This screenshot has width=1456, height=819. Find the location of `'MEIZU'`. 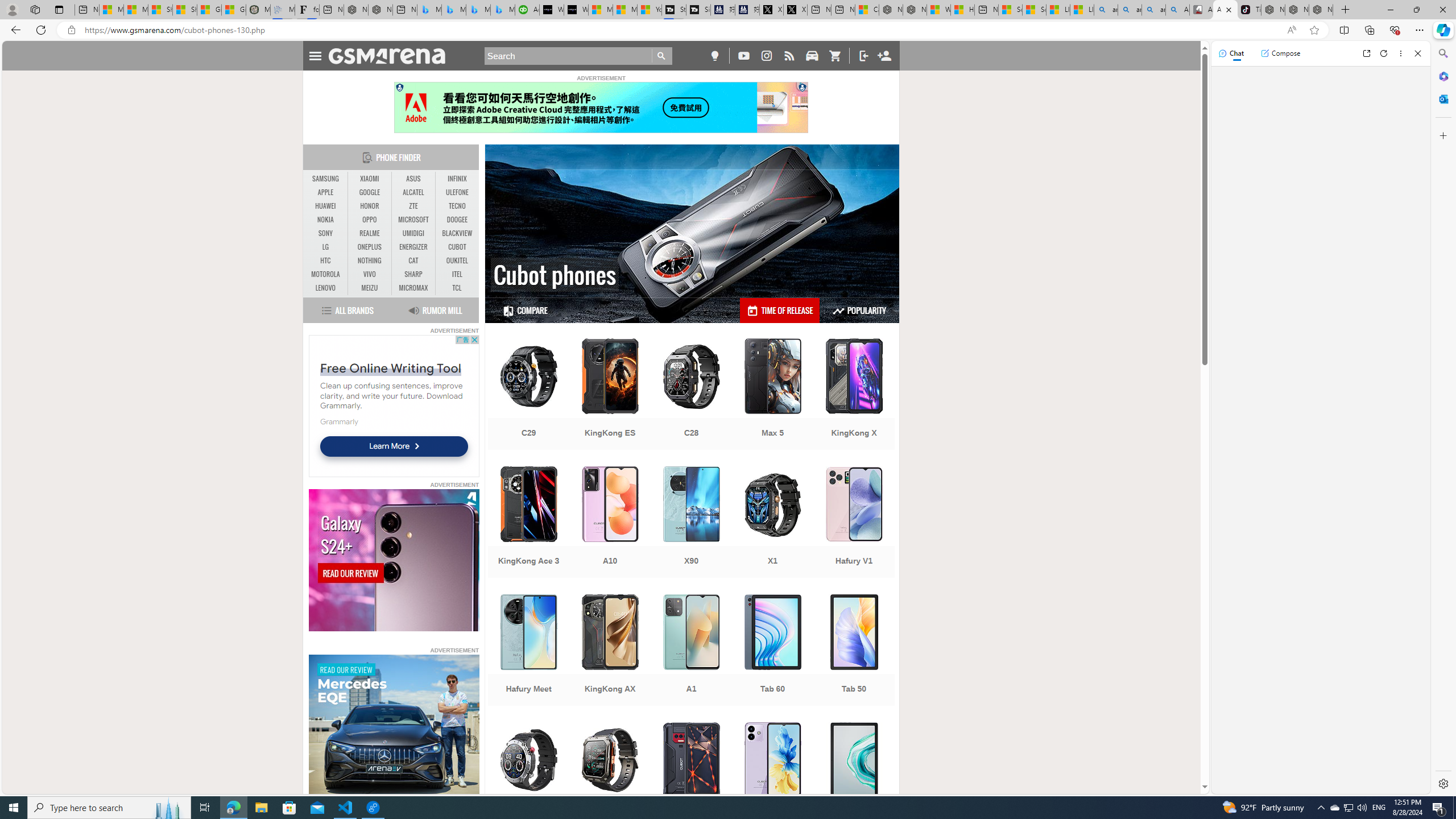

'MEIZU' is located at coordinates (369, 287).